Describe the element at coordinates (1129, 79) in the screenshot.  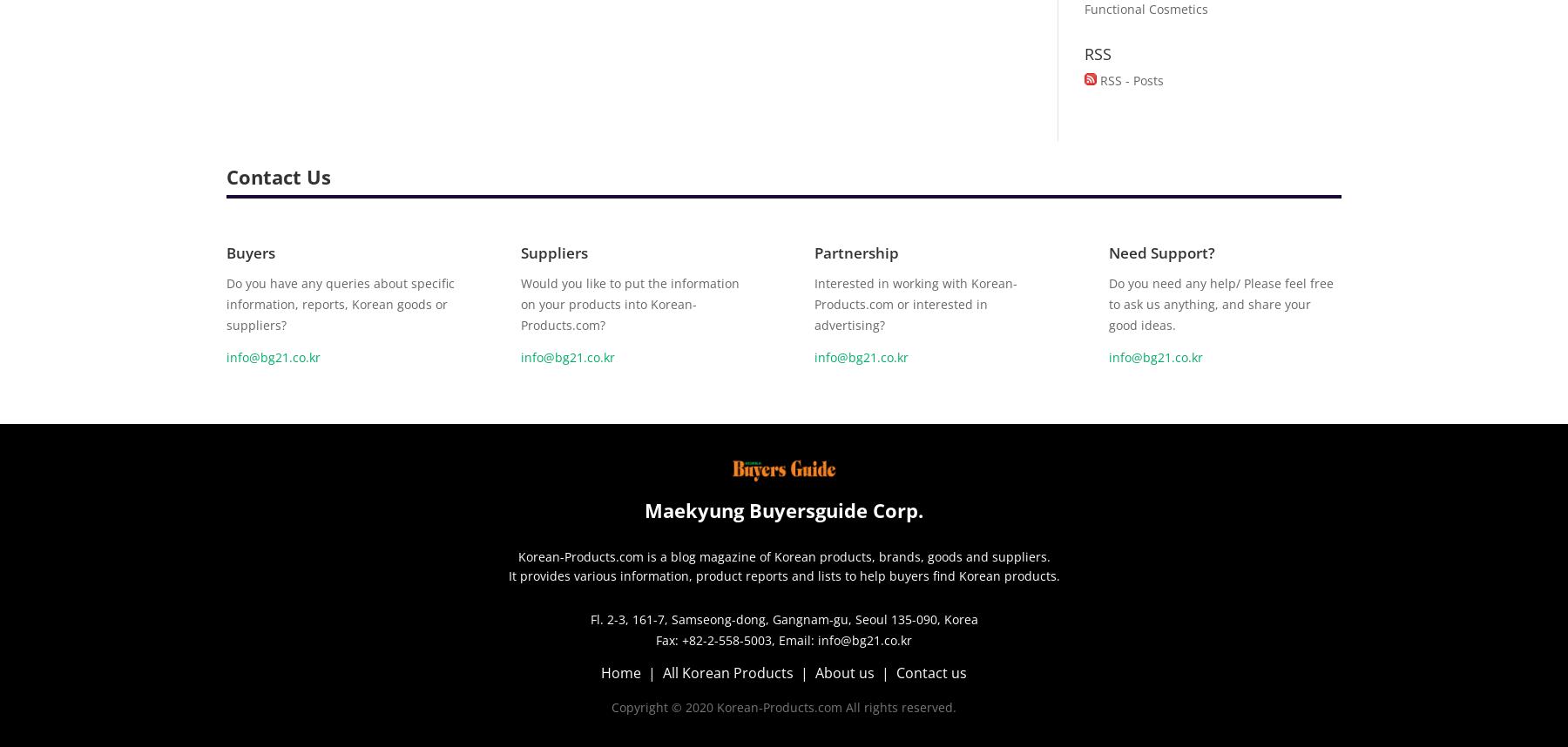
I see `'RSS - Posts'` at that location.